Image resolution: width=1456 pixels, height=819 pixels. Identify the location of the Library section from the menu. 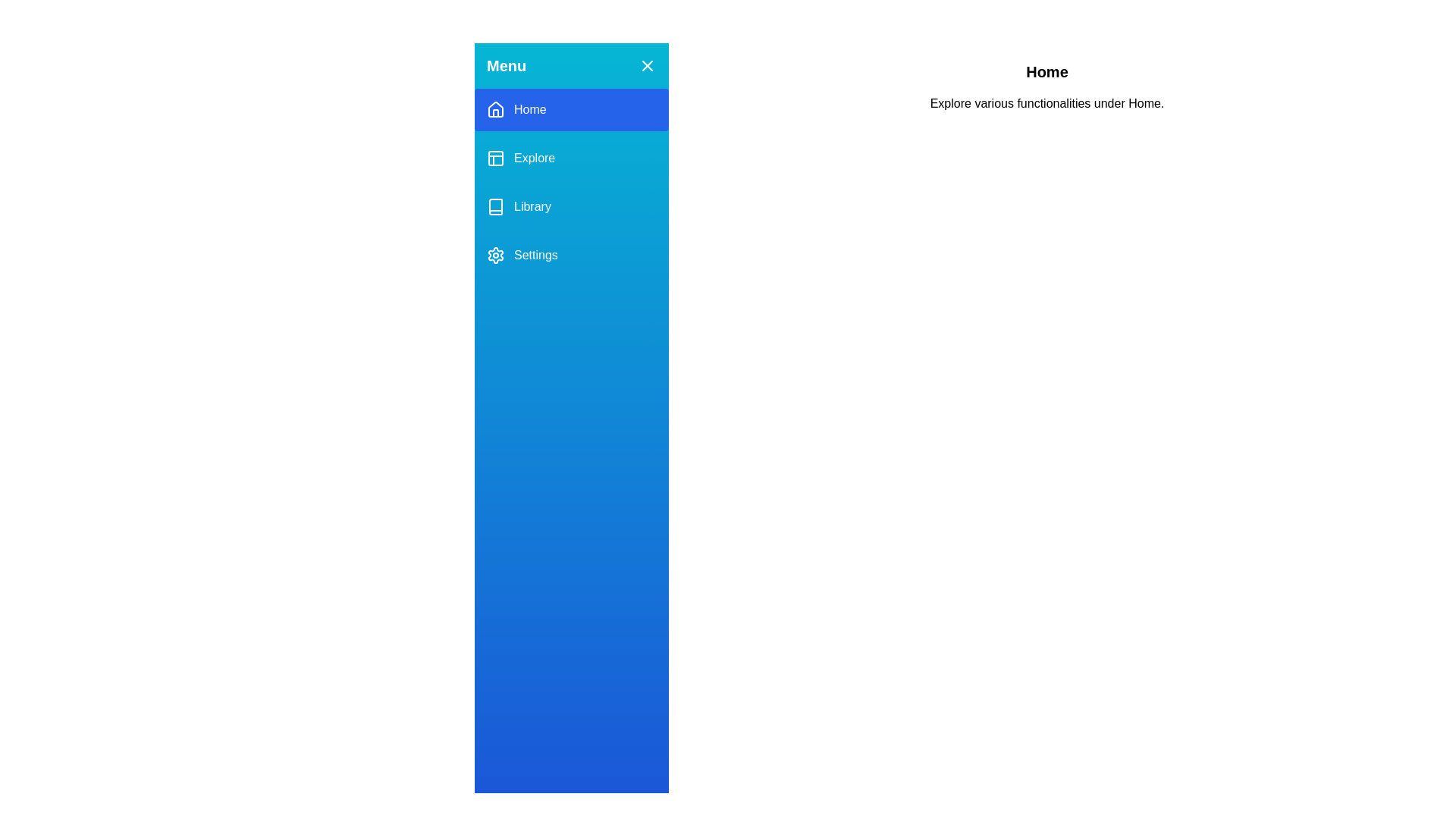
(570, 207).